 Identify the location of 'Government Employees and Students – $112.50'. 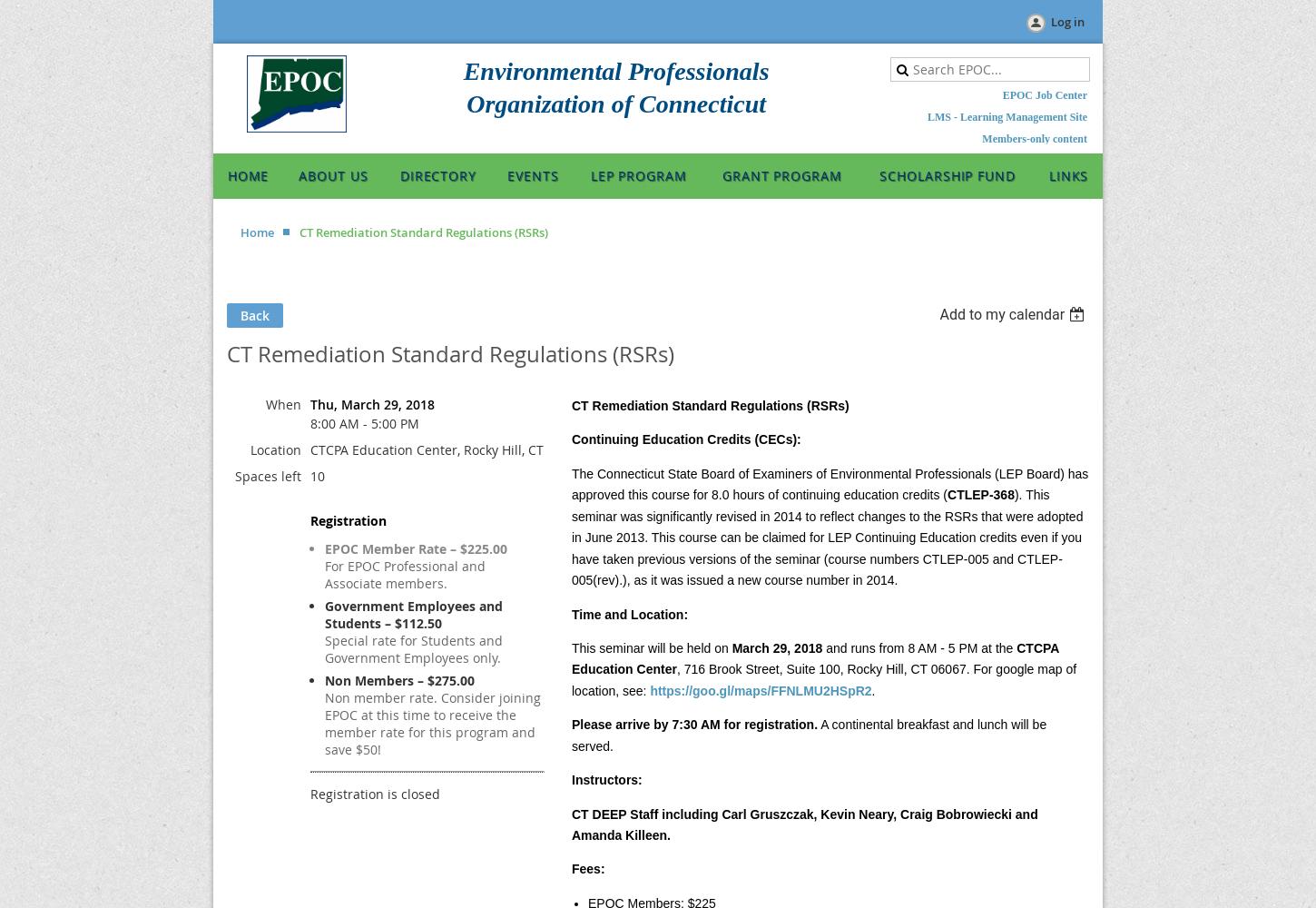
(413, 615).